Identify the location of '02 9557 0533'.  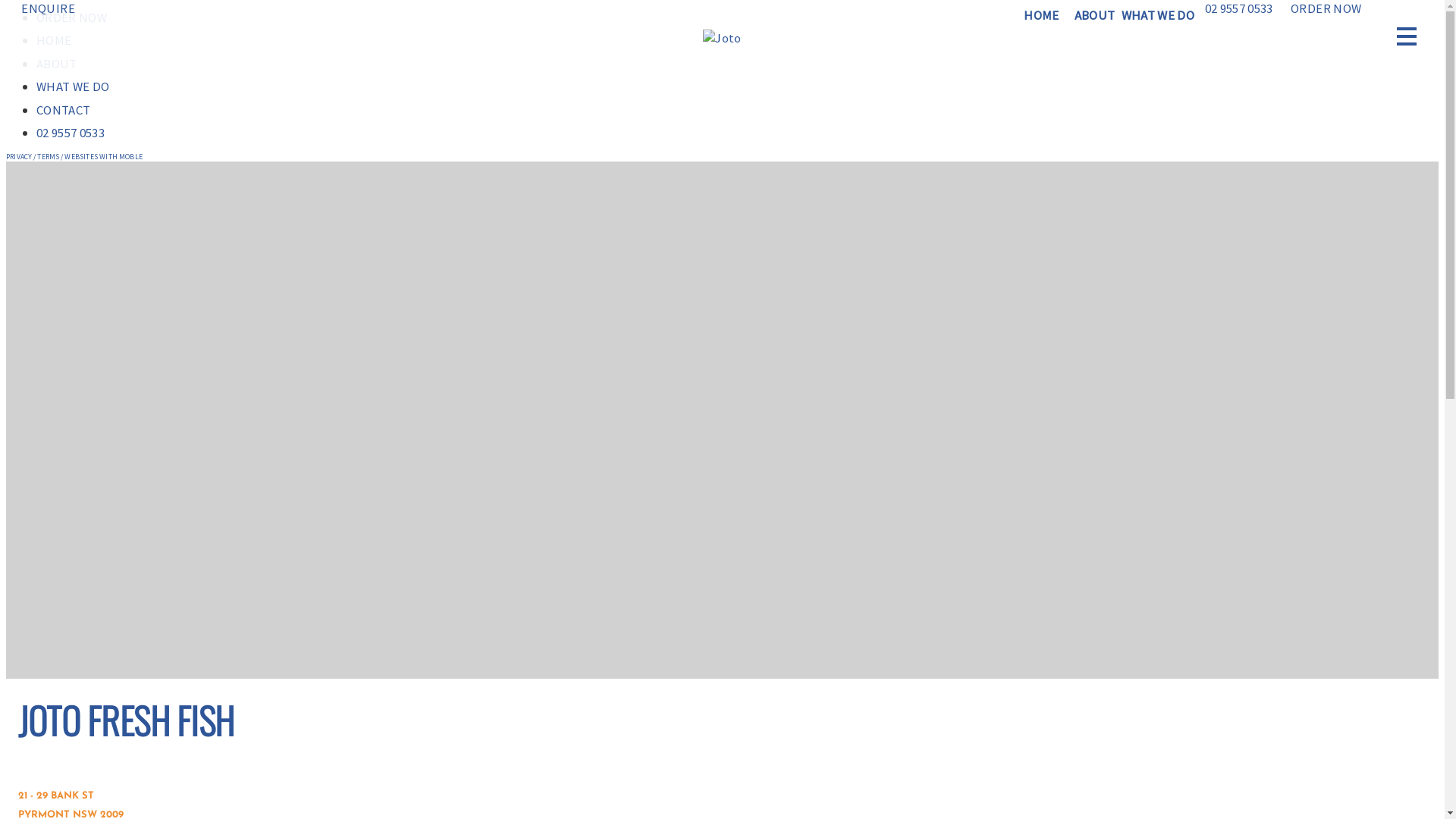
(1197, 8).